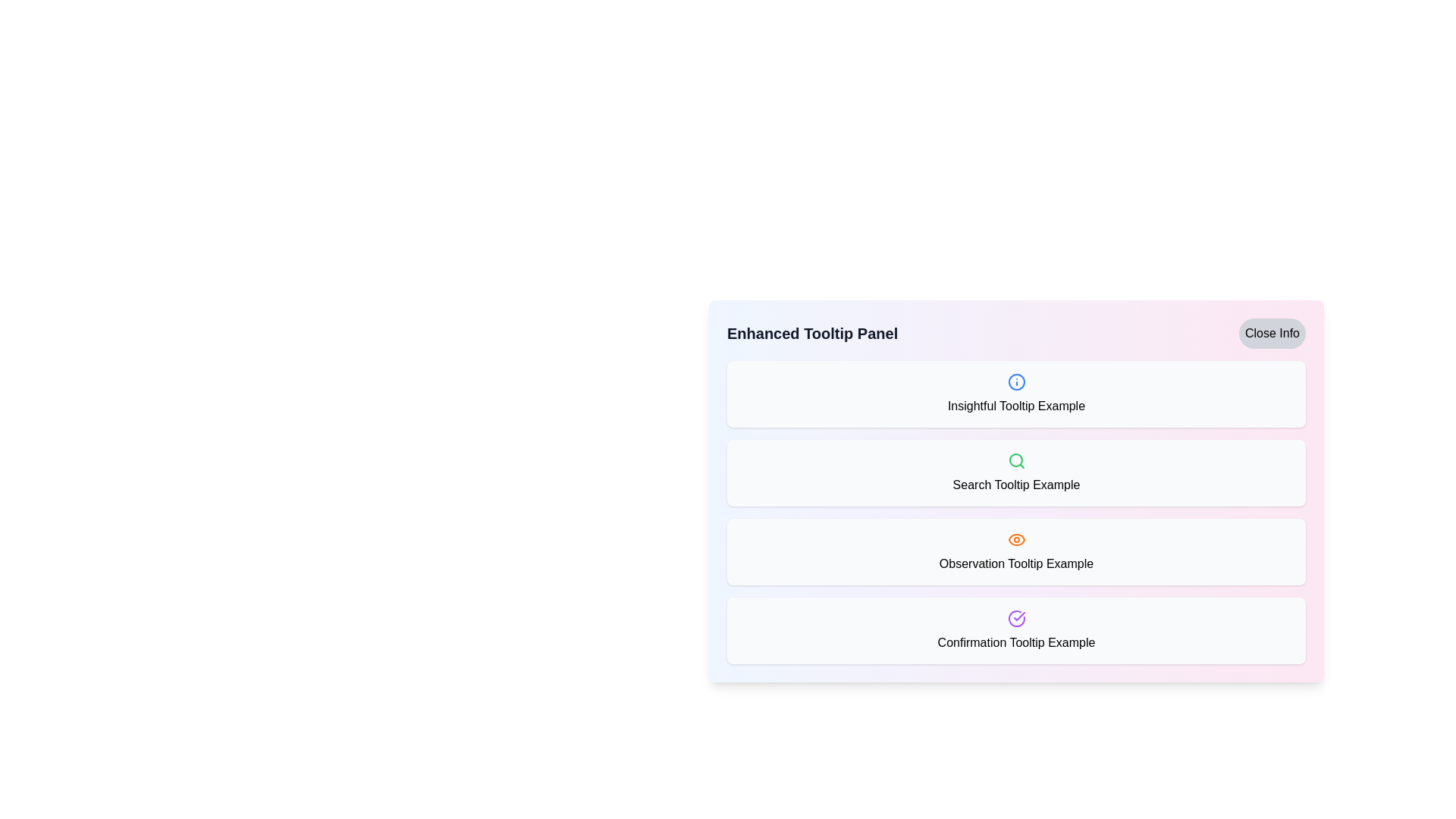  What do you see at coordinates (1272, 332) in the screenshot?
I see `the close button located on the far right of the Enhanced Tooltip Panel` at bounding box center [1272, 332].